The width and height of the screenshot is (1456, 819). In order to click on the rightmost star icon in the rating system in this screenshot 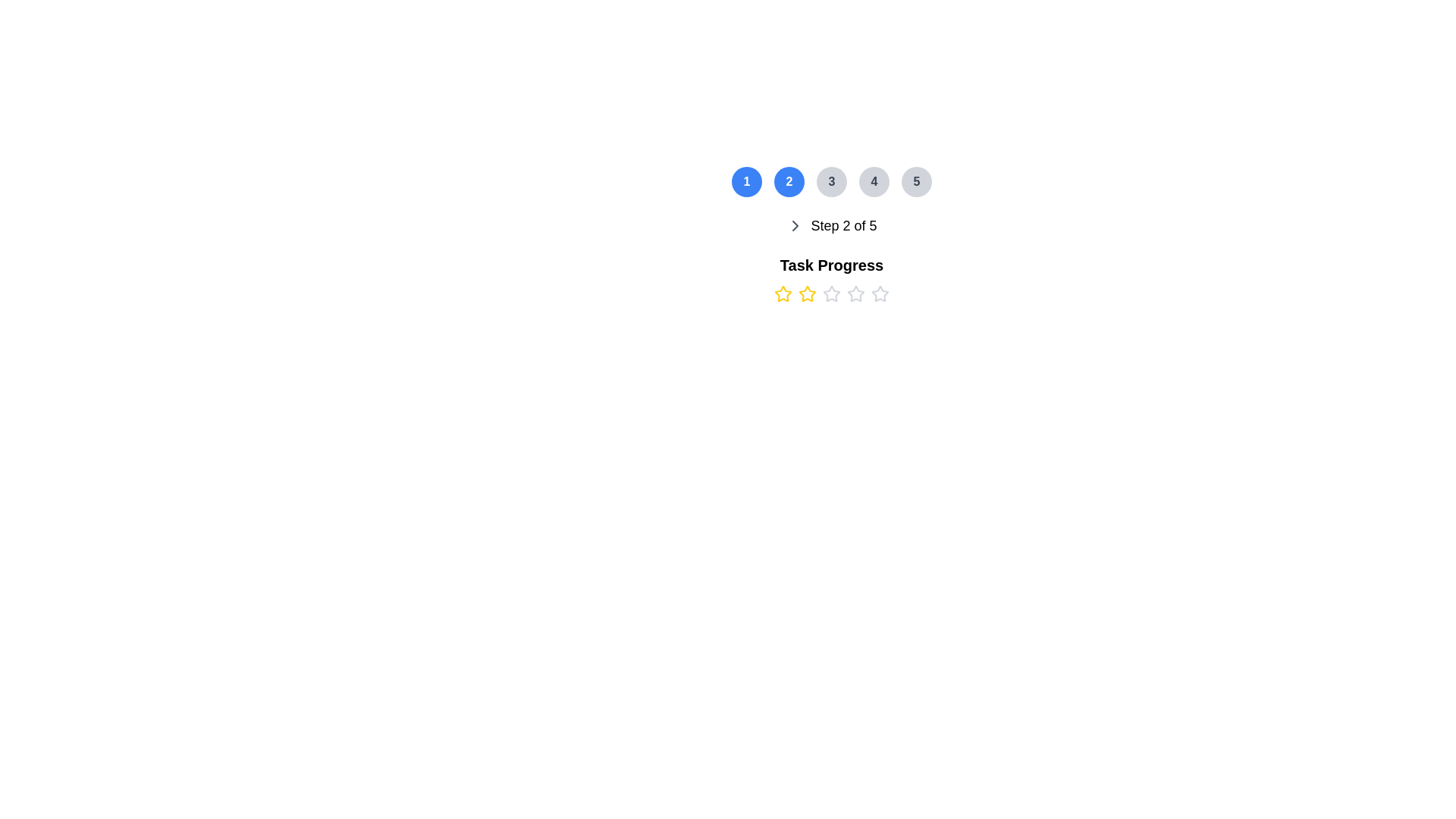, I will do `click(880, 294)`.